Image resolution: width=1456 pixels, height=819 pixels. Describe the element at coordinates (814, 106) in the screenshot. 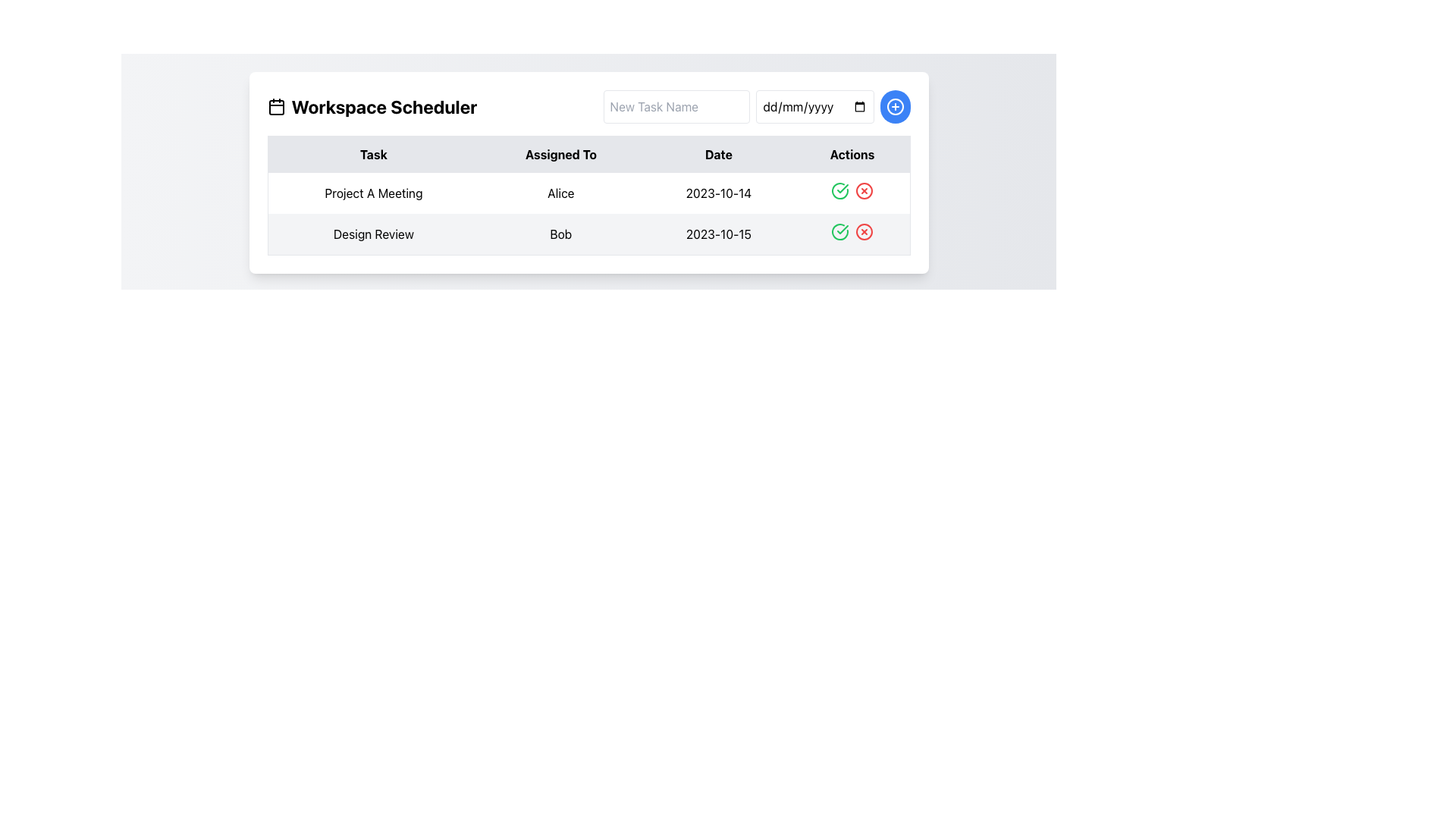

I see `the date input field styled with rounded corners and bordered edges that has a placeholder text in the format 'dd/mm/yyyy'` at that location.